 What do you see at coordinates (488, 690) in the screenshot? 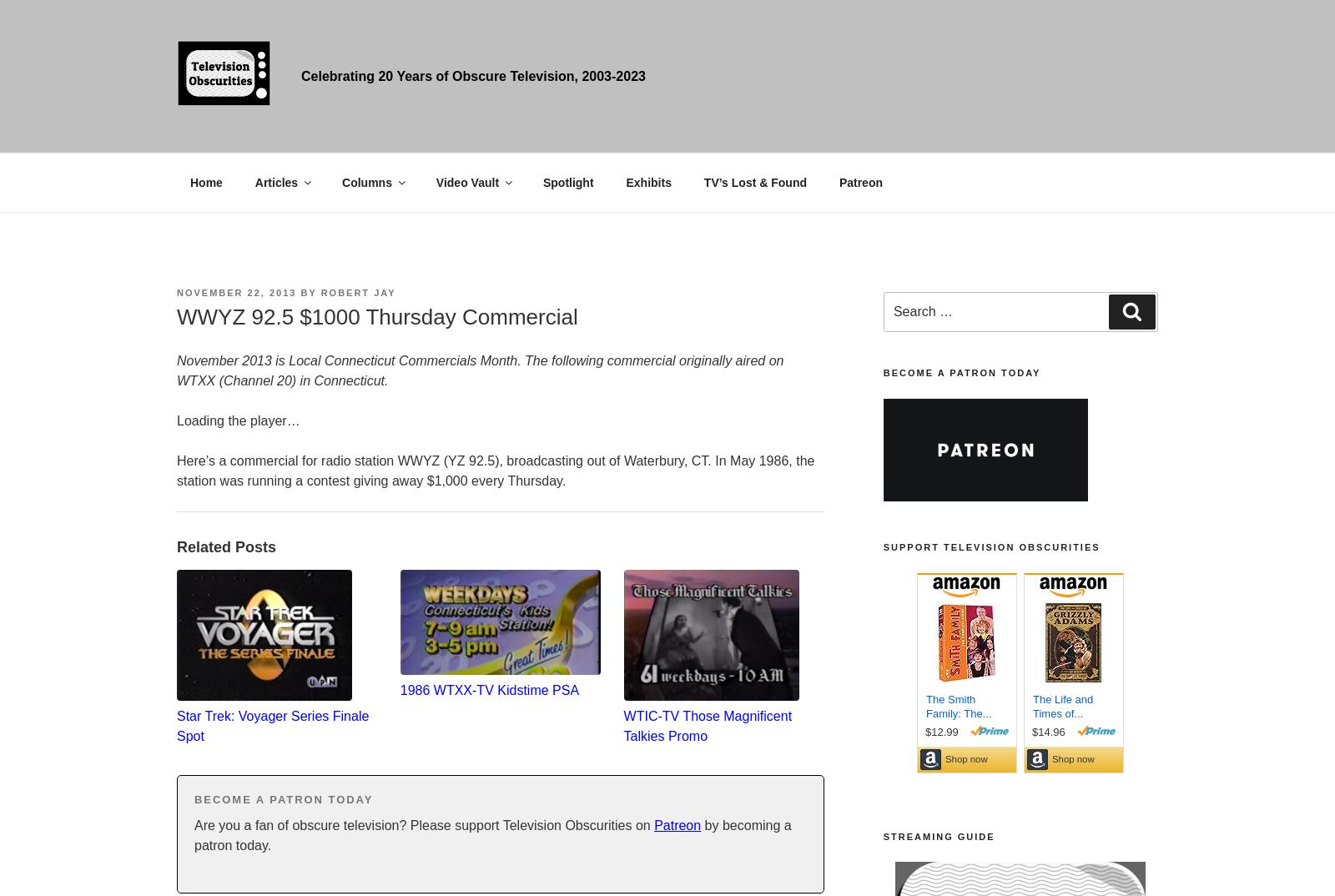
I see `'1986 WTXX-TV Kidstime PSA'` at bounding box center [488, 690].